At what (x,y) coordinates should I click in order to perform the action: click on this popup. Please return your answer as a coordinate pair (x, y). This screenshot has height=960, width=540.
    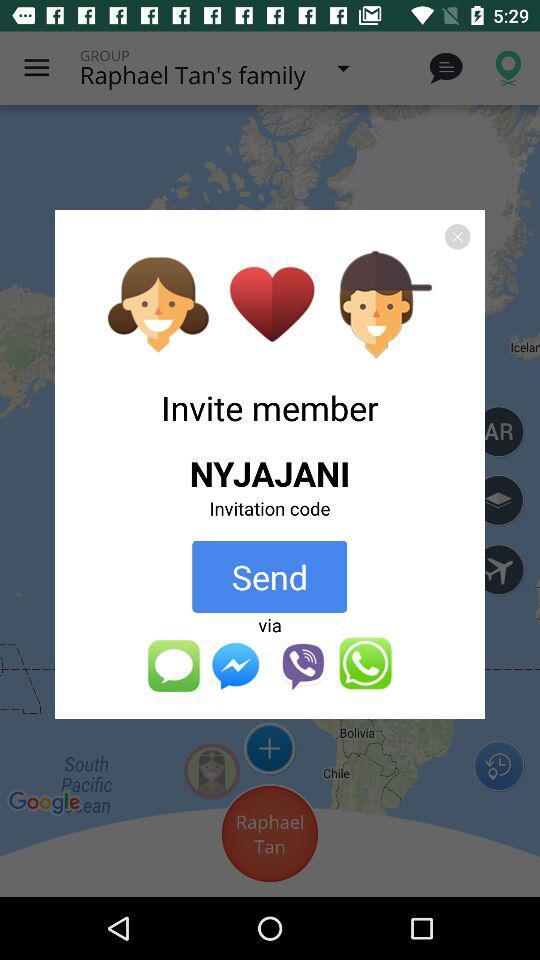
    Looking at the image, I should click on (457, 236).